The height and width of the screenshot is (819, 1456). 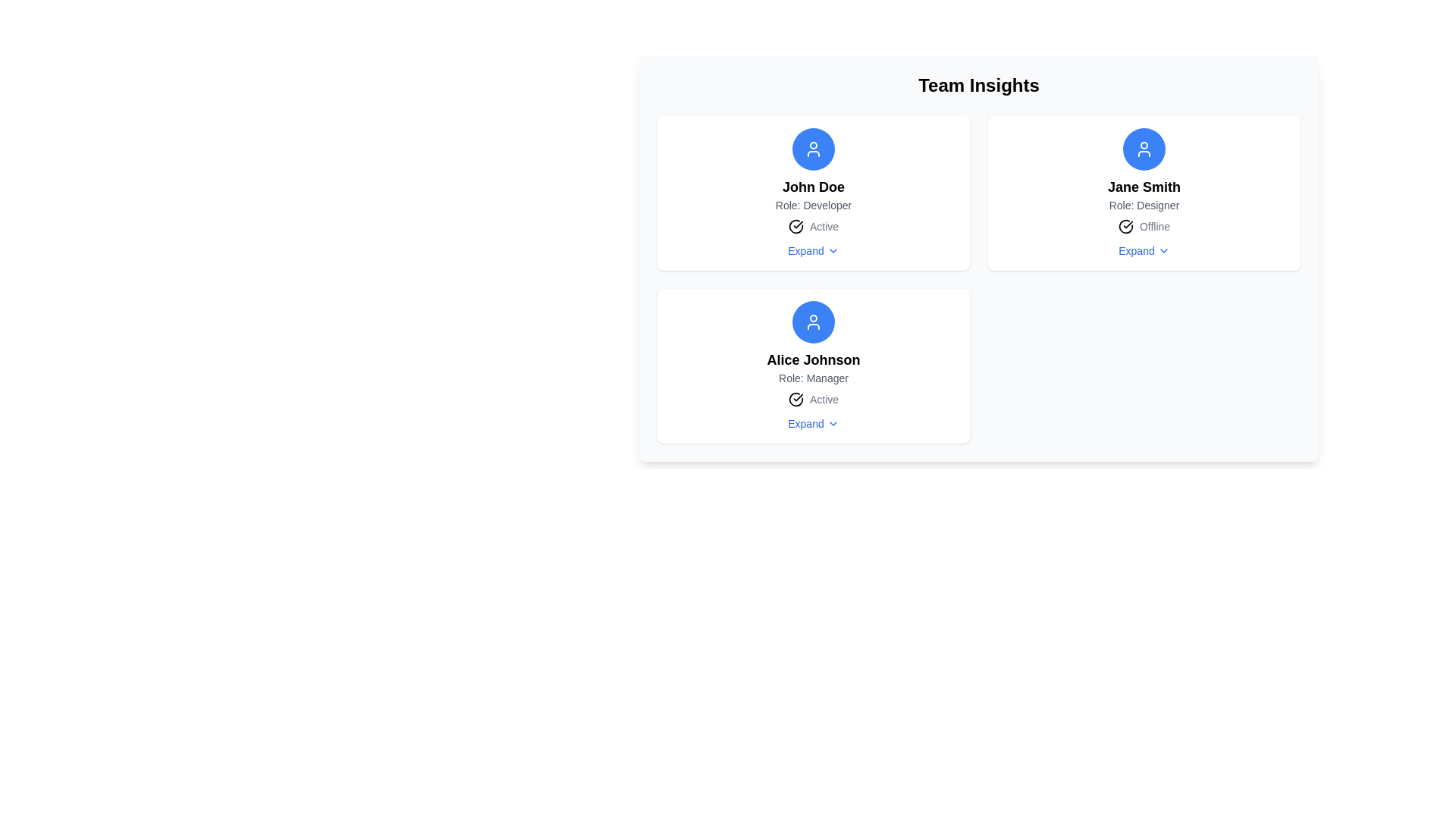 What do you see at coordinates (1153, 227) in the screenshot?
I see `the static text label displaying 'Offline' that indicates the status of 'Jane Smith' in the bottom section of her card` at bounding box center [1153, 227].